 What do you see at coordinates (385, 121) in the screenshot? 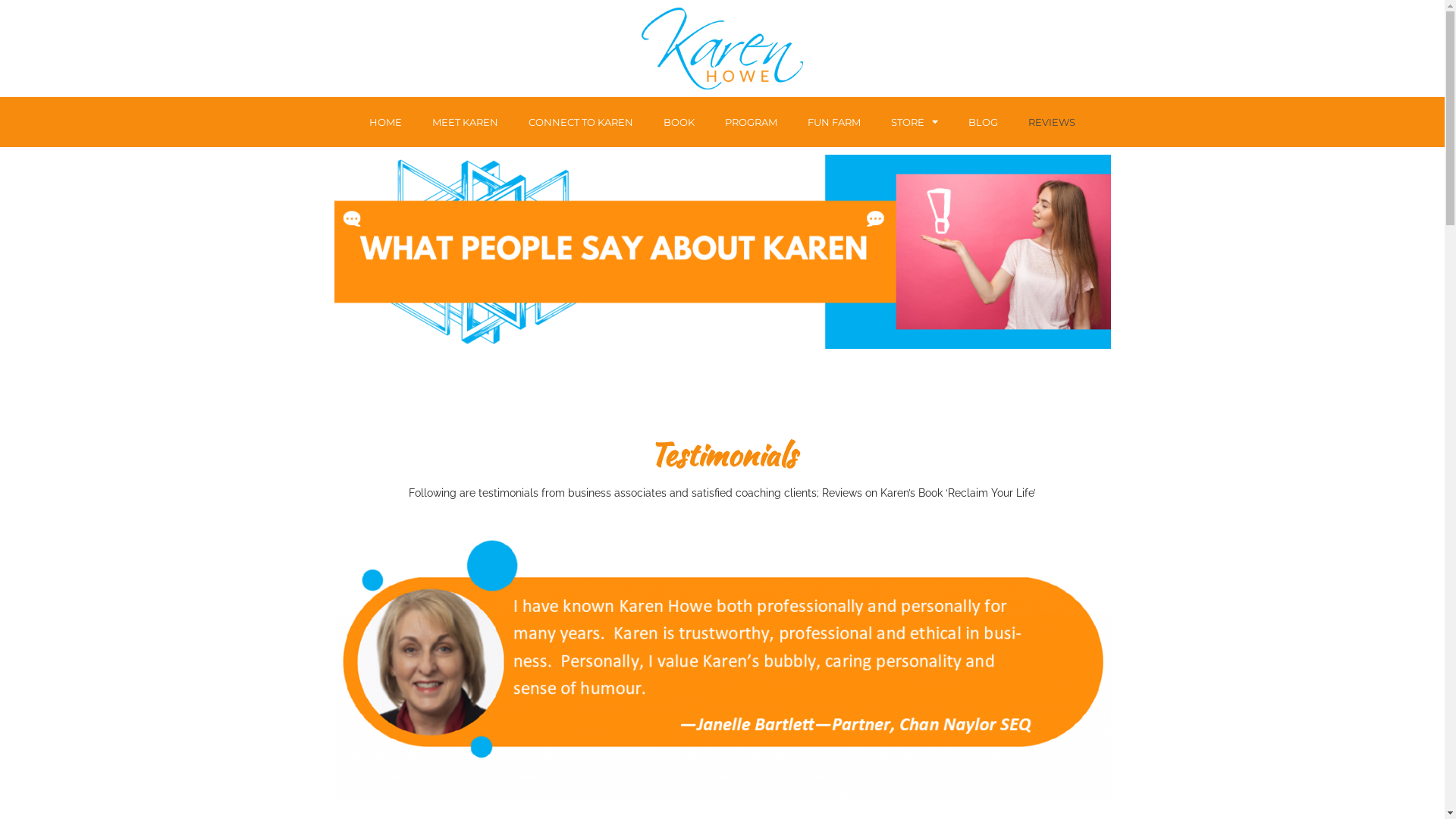
I see `'HOME'` at bounding box center [385, 121].